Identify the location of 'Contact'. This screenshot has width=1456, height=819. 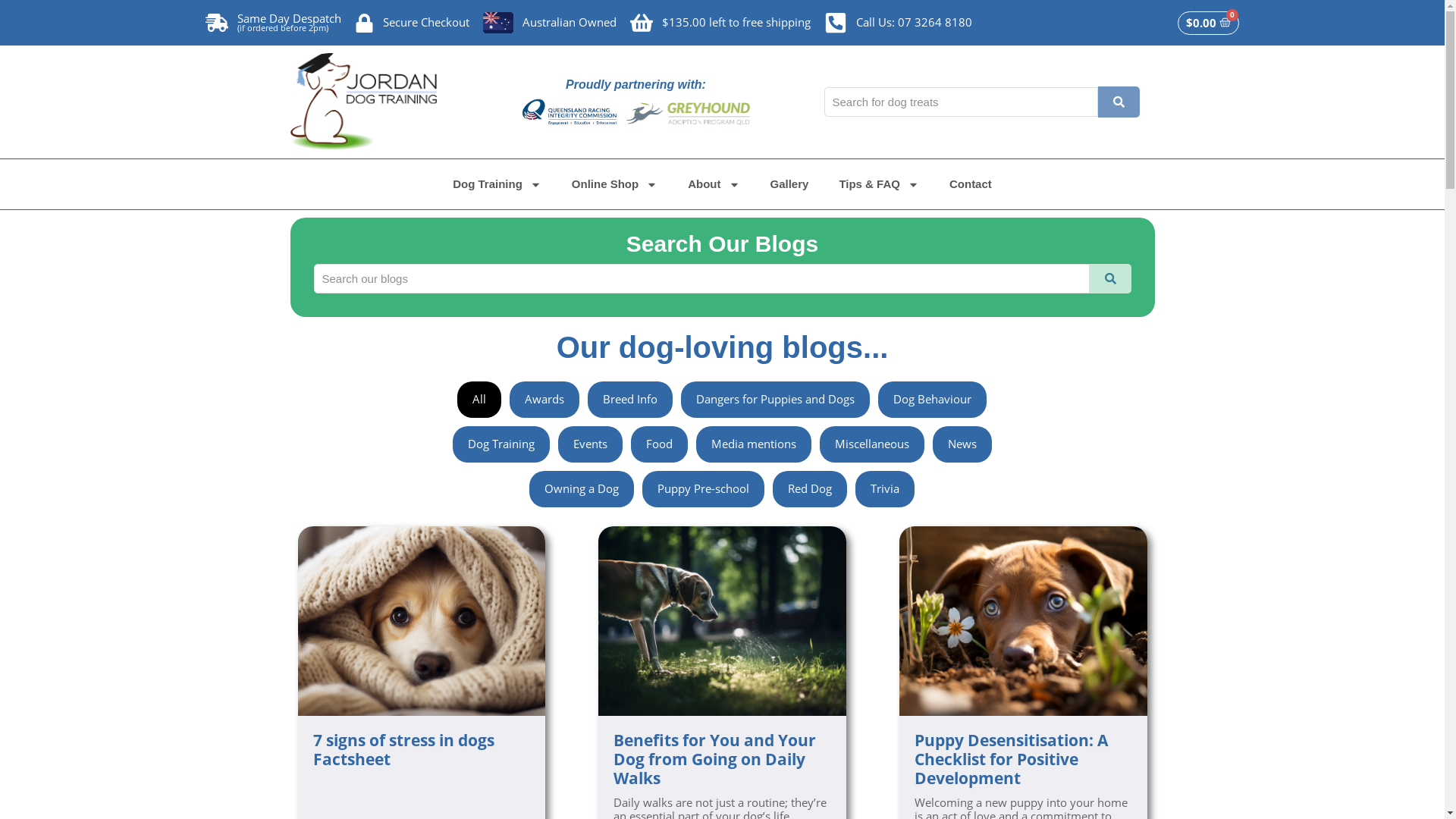
(971, 184).